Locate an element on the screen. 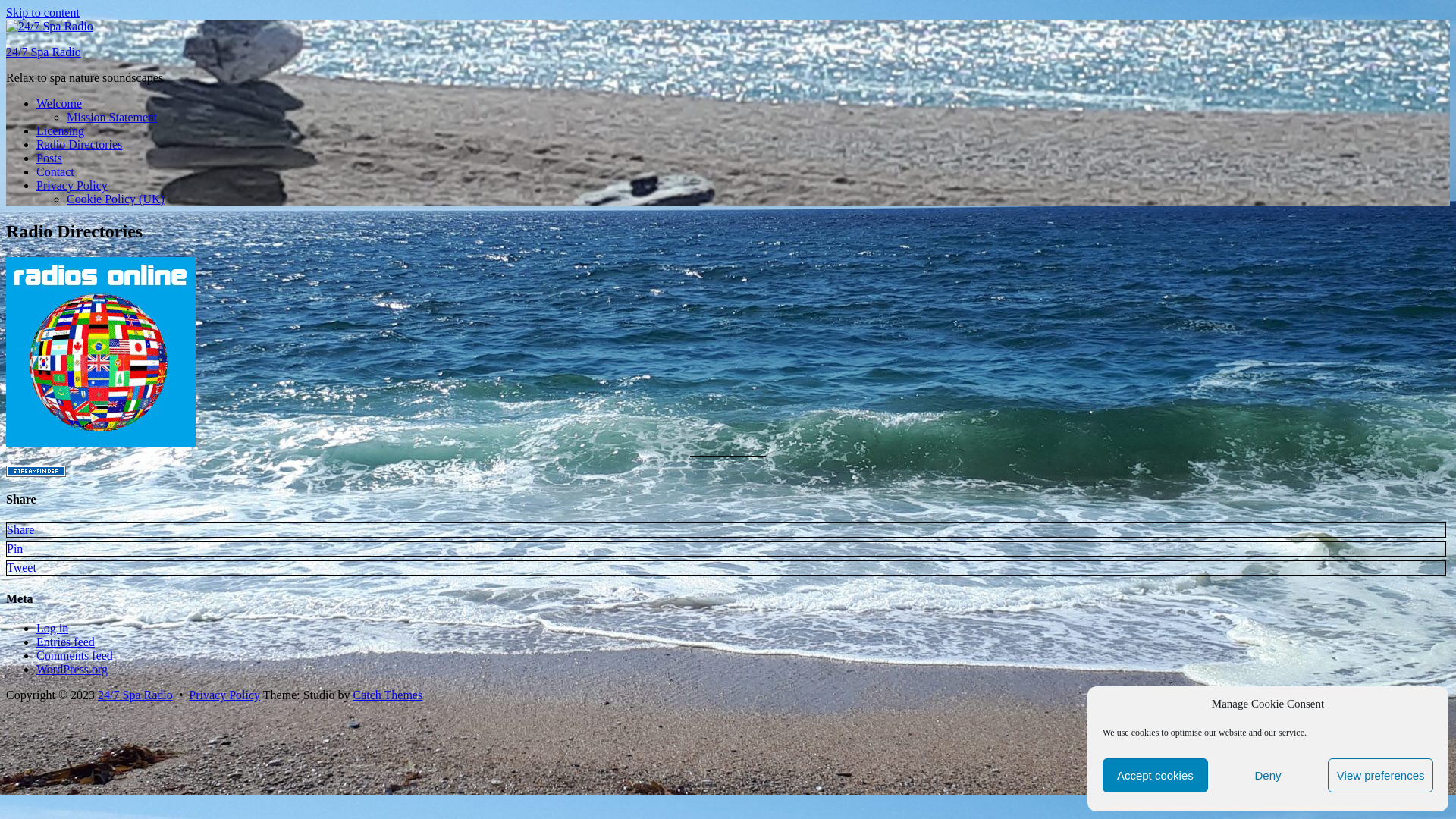 This screenshot has width=1456, height=819. 'streamfinder online radio guide' is located at coordinates (6, 469).